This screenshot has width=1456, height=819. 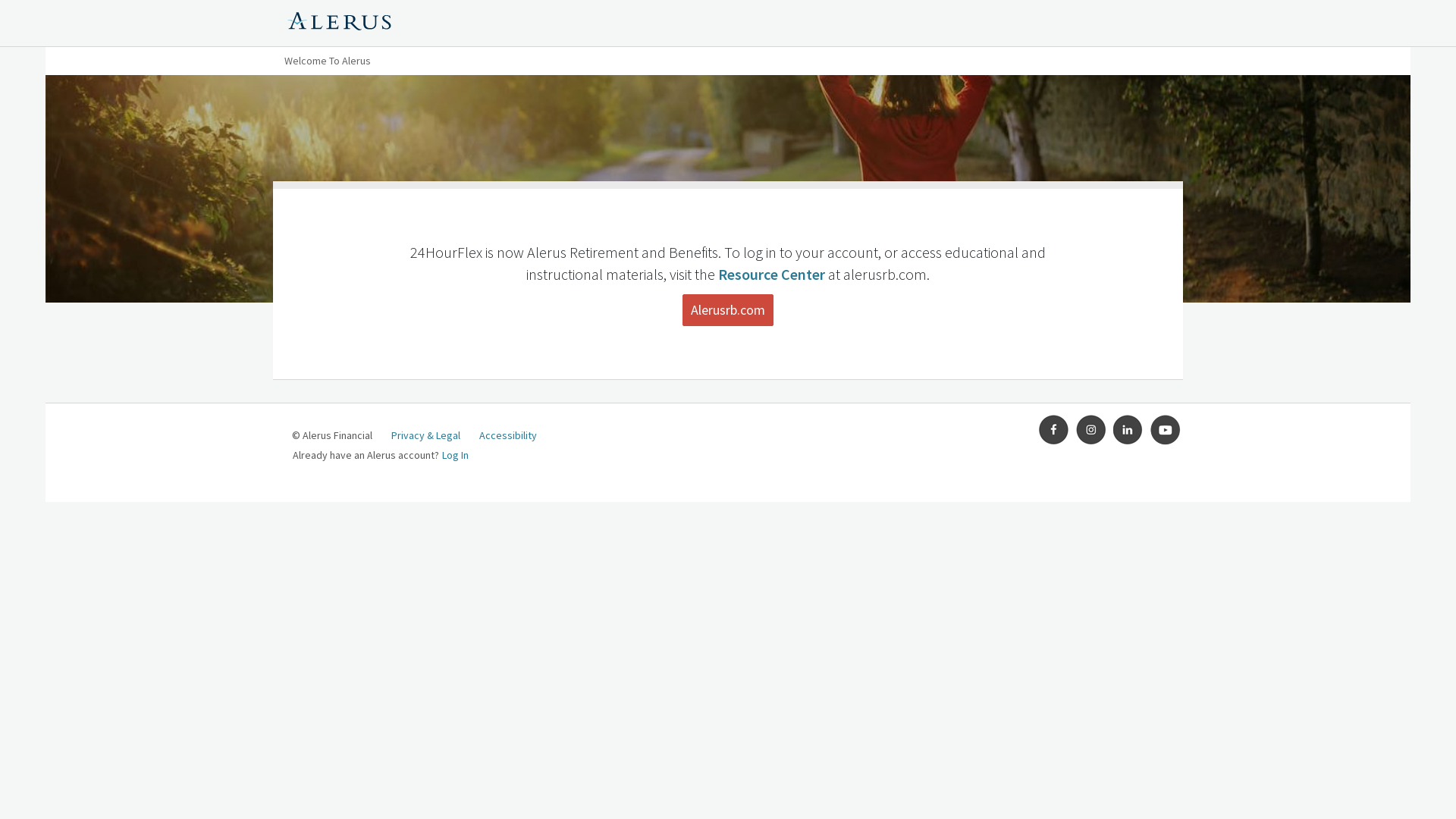 I want to click on 'LinkedIn', so click(x=1128, y=430).